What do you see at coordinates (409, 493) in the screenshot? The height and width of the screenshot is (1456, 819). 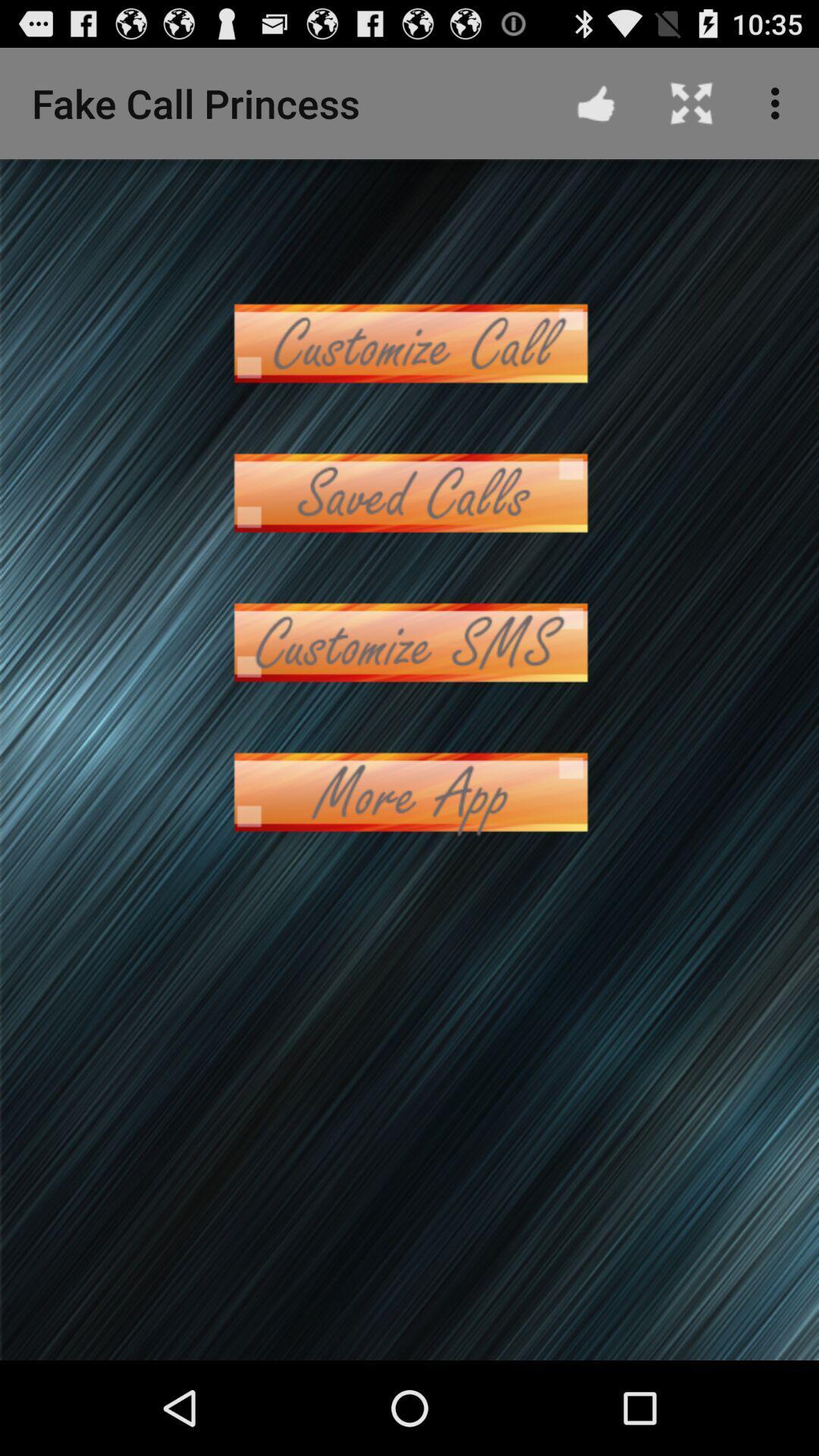 I see `check saved calls` at bounding box center [409, 493].